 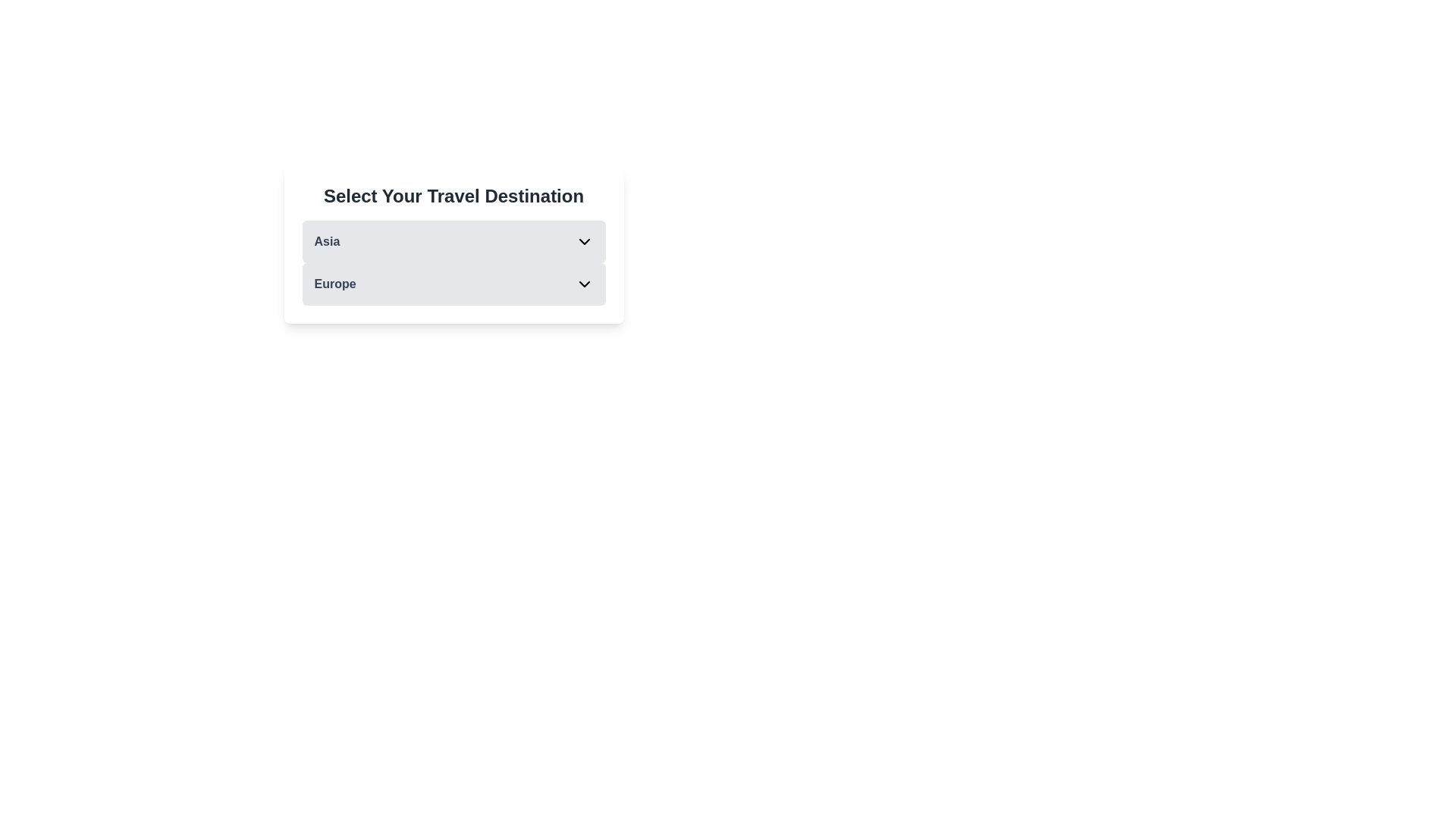 I want to click on the downward-pointing chevron icon located to the right of the text 'Europe', so click(x=583, y=284).